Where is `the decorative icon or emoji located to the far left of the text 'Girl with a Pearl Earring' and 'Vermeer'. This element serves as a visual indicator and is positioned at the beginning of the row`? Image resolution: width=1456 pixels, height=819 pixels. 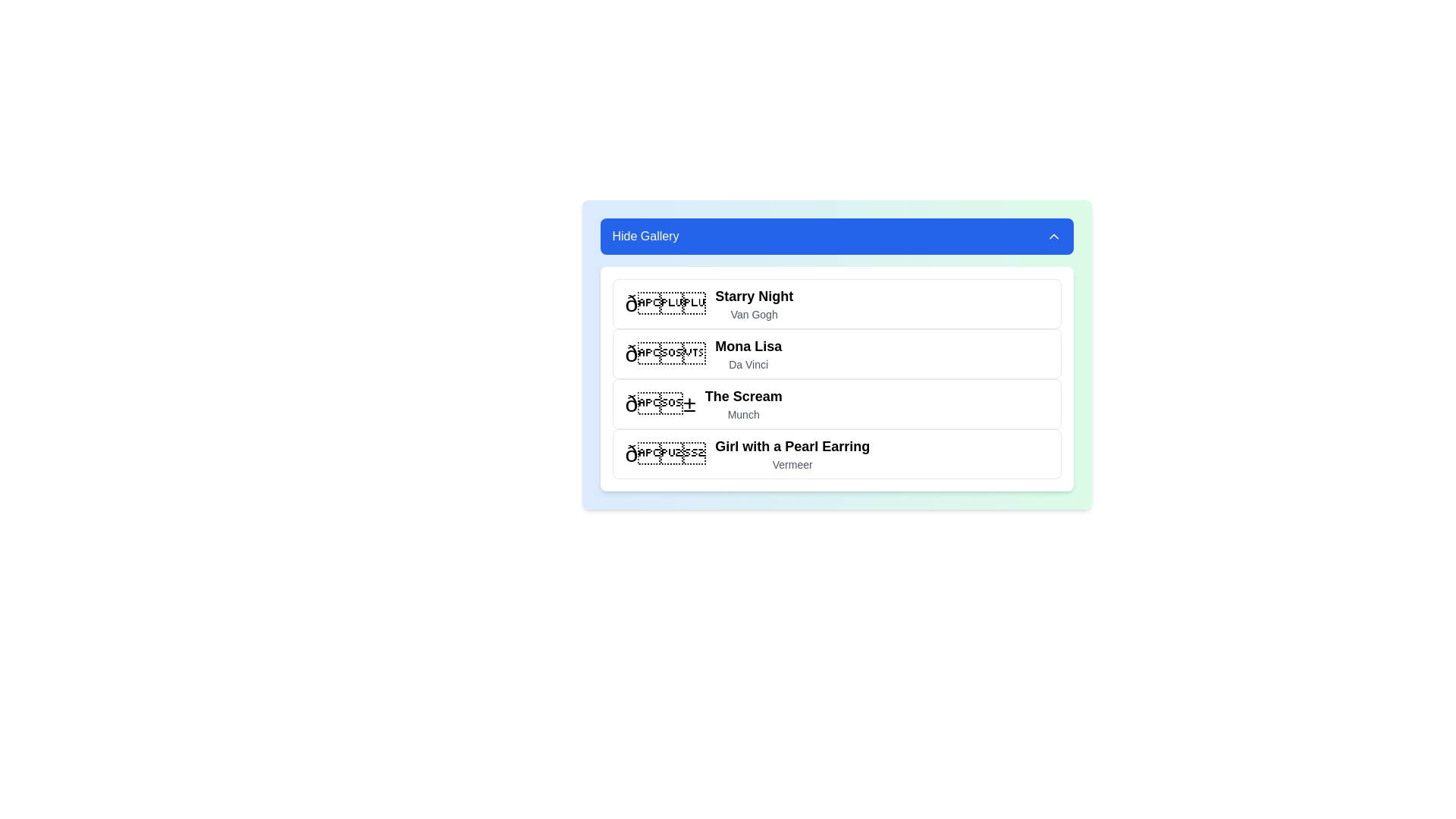 the decorative icon or emoji located to the far left of the text 'Girl with a Pearl Earring' and 'Vermeer'. This element serves as a visual indicator and is positioned at the beginning of the row is located at coordinates (665, 453).